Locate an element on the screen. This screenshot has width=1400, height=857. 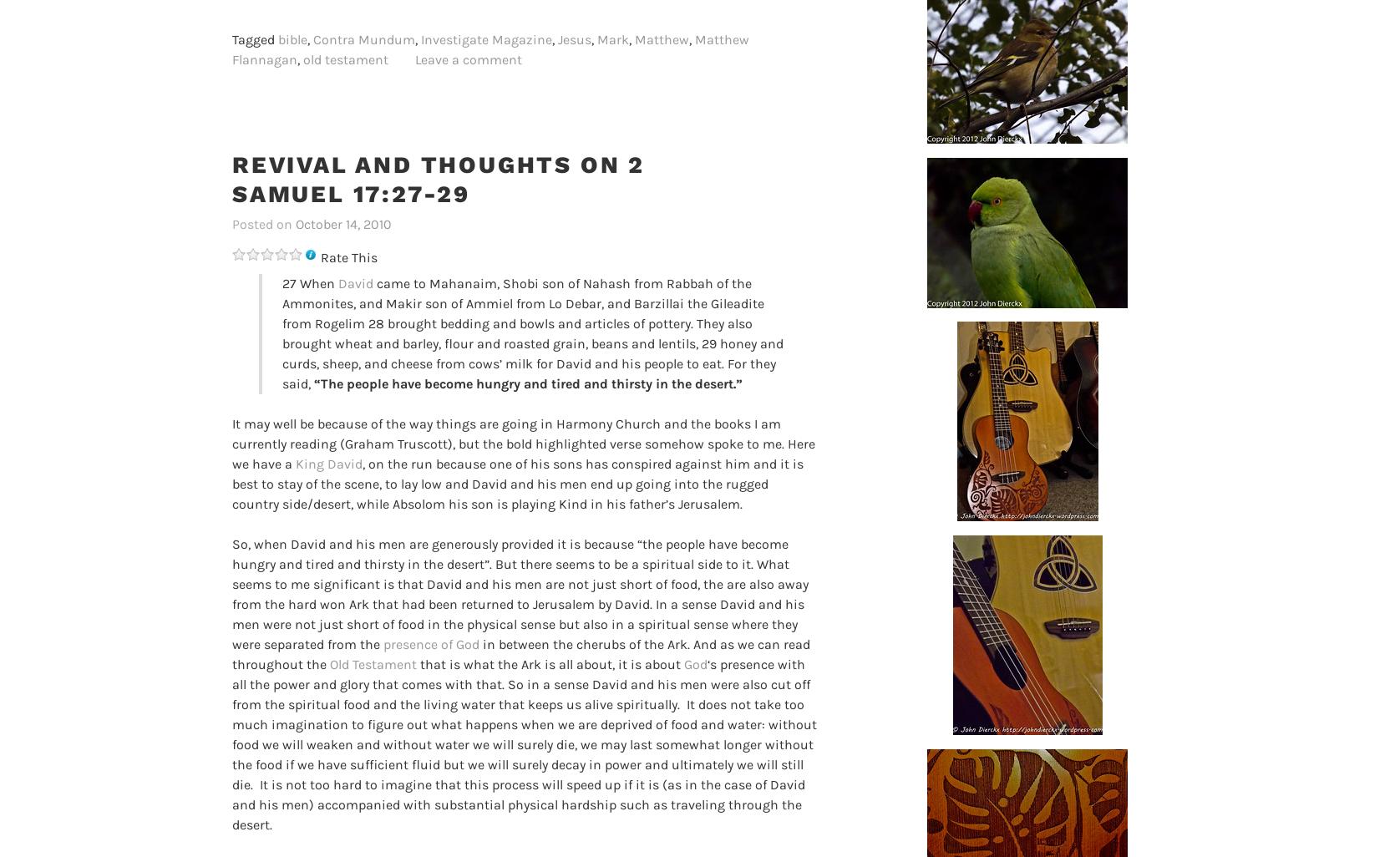
'bible' is located at coordinates (277, 38).